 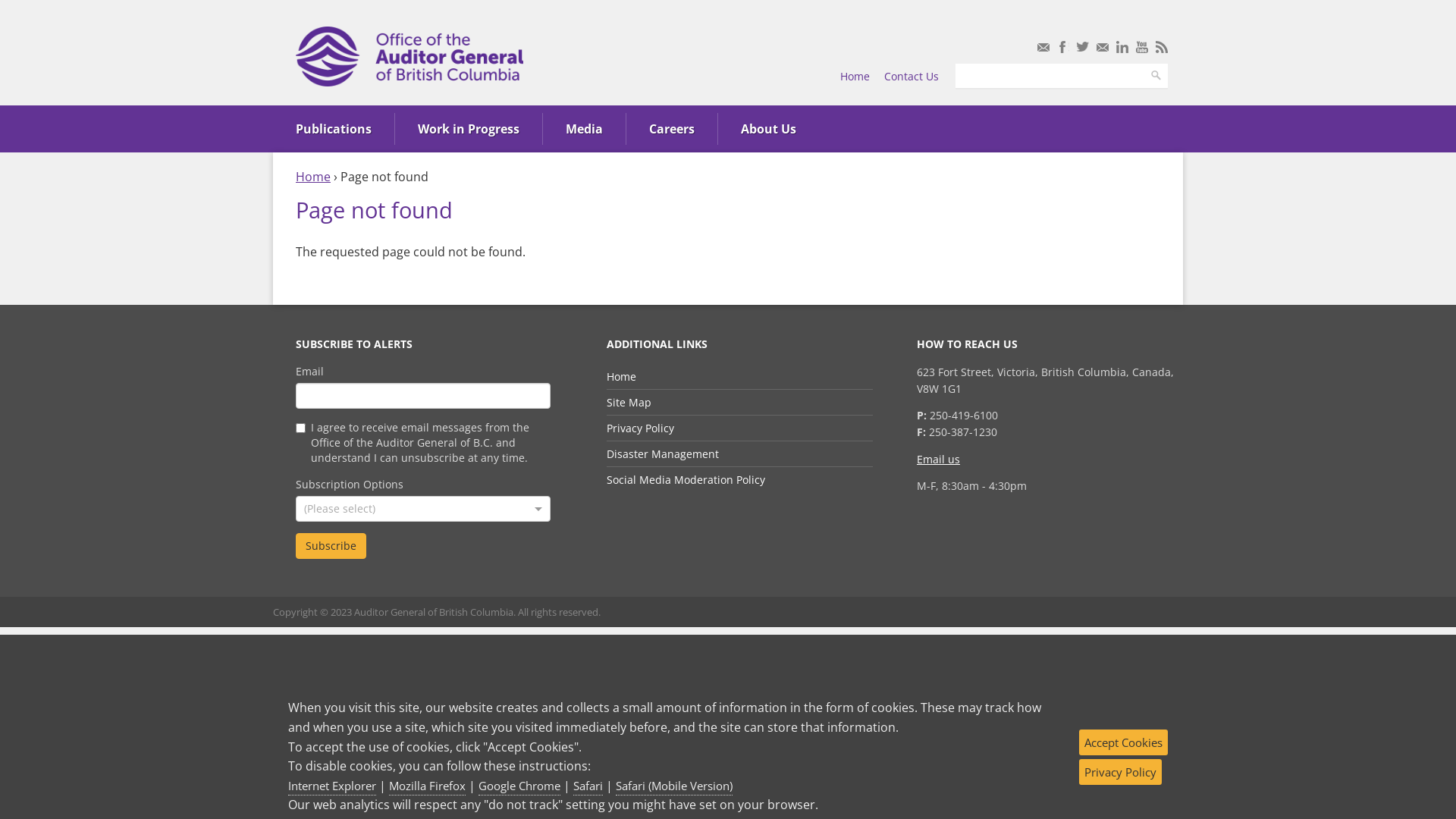 What do you see at coordinates (1048, 76) in the screenshot?
I see `'Enter the terms you wish to search for.'` at bounding box center [1048, 76].